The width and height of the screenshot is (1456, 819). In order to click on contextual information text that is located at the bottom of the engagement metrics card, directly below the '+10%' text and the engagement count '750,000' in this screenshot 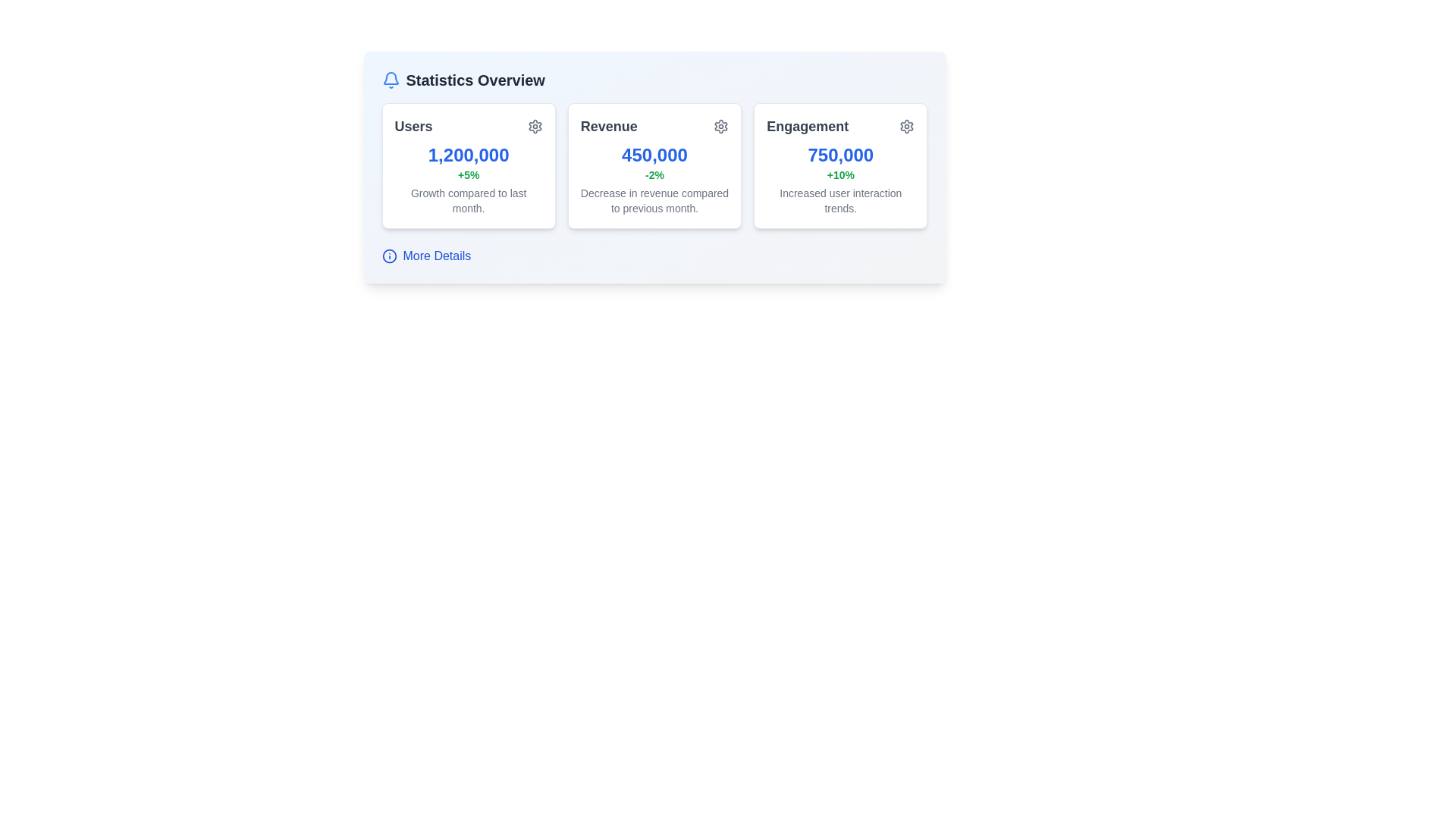, I will do `click(839, 200)`.